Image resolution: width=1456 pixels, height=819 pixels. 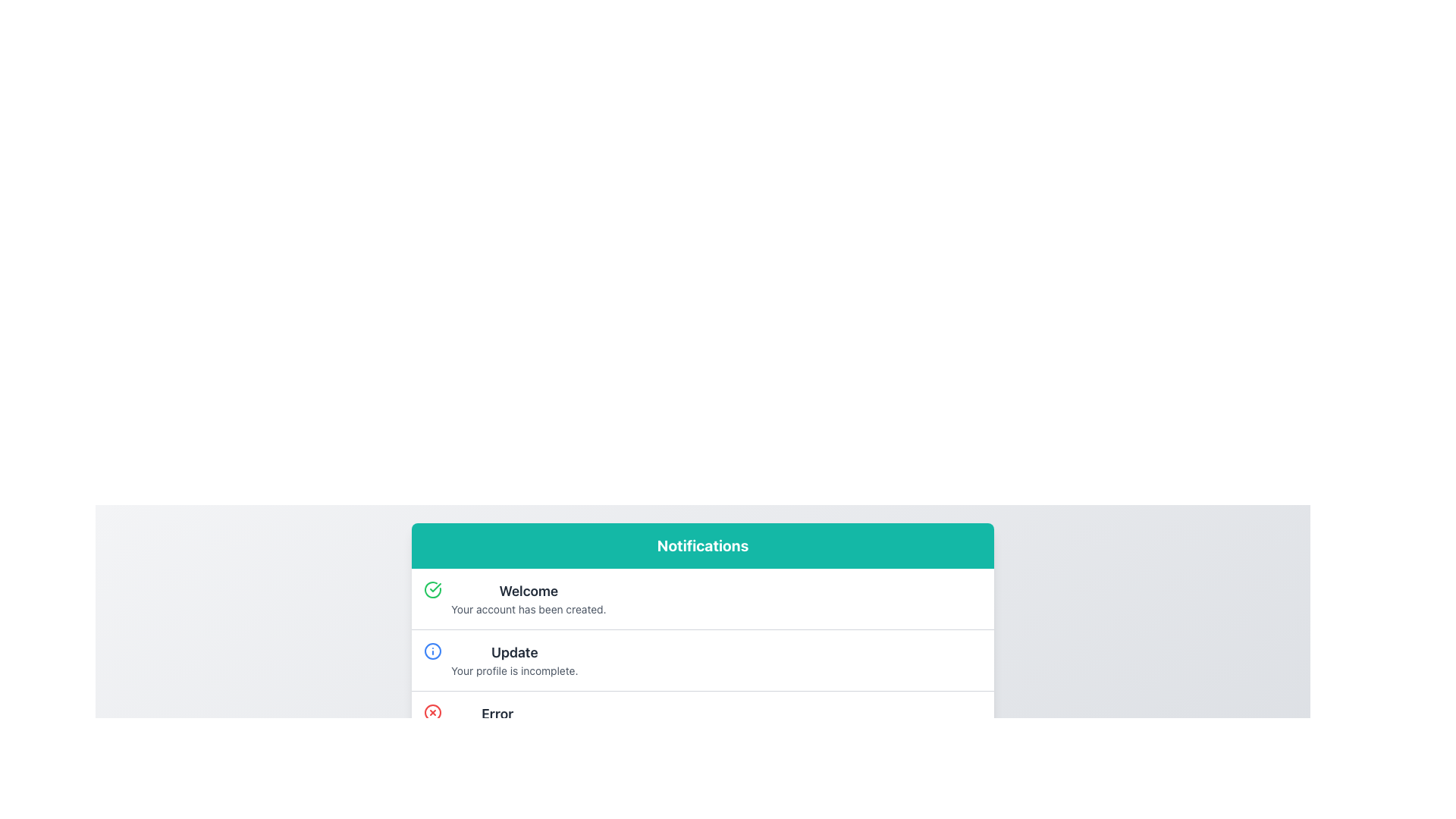 What do you see at coordinates (529, 608) in the screenshot?
I see `the informational message confirming successful account creation located beneath the 'Welcome' text in the 'Notifications' card` at bounding box center [529, 608].